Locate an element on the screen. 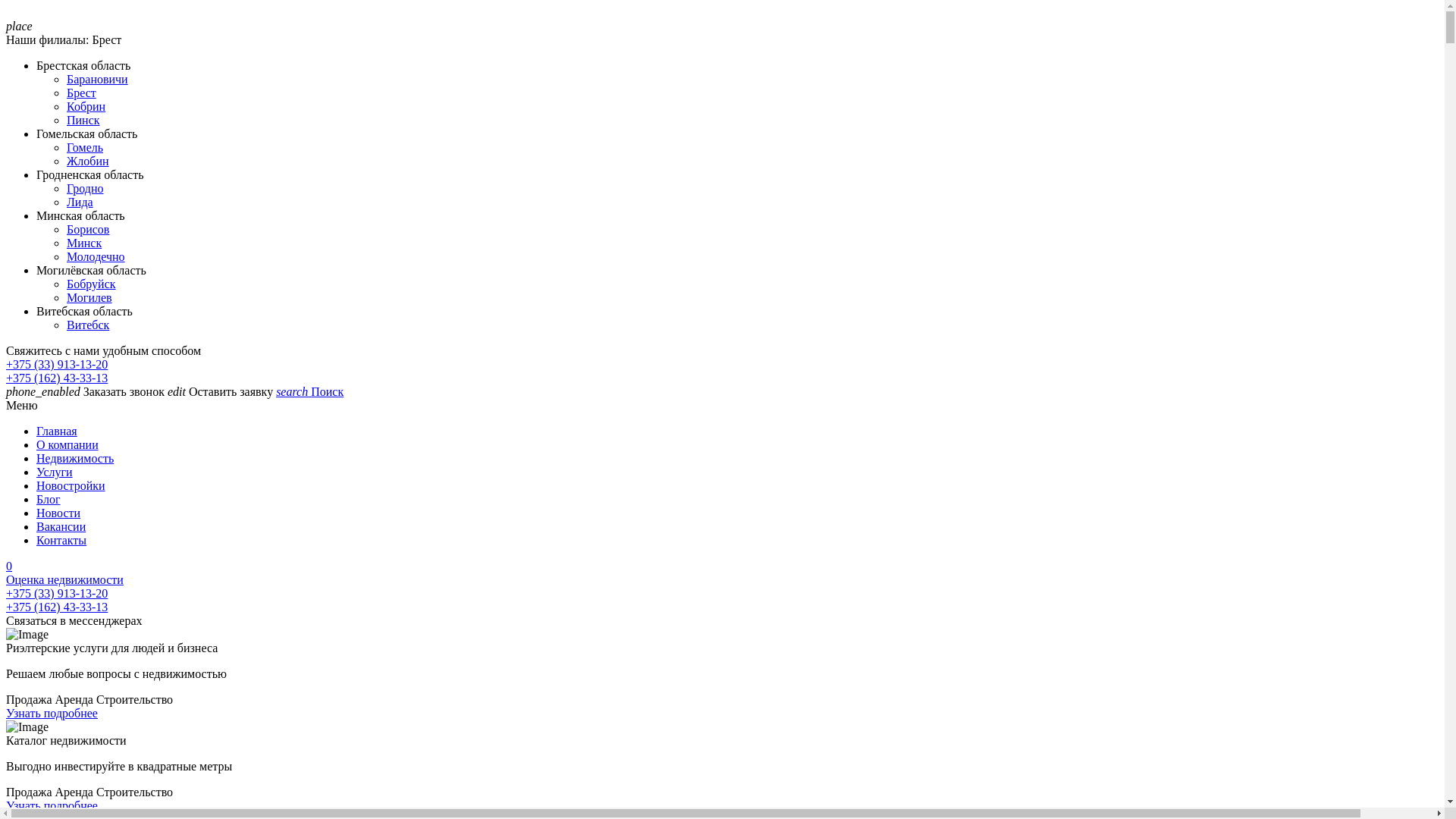 The image size is (1456, 819). '+375 (162) 43-33-13' is located at coordinates (57, 606).